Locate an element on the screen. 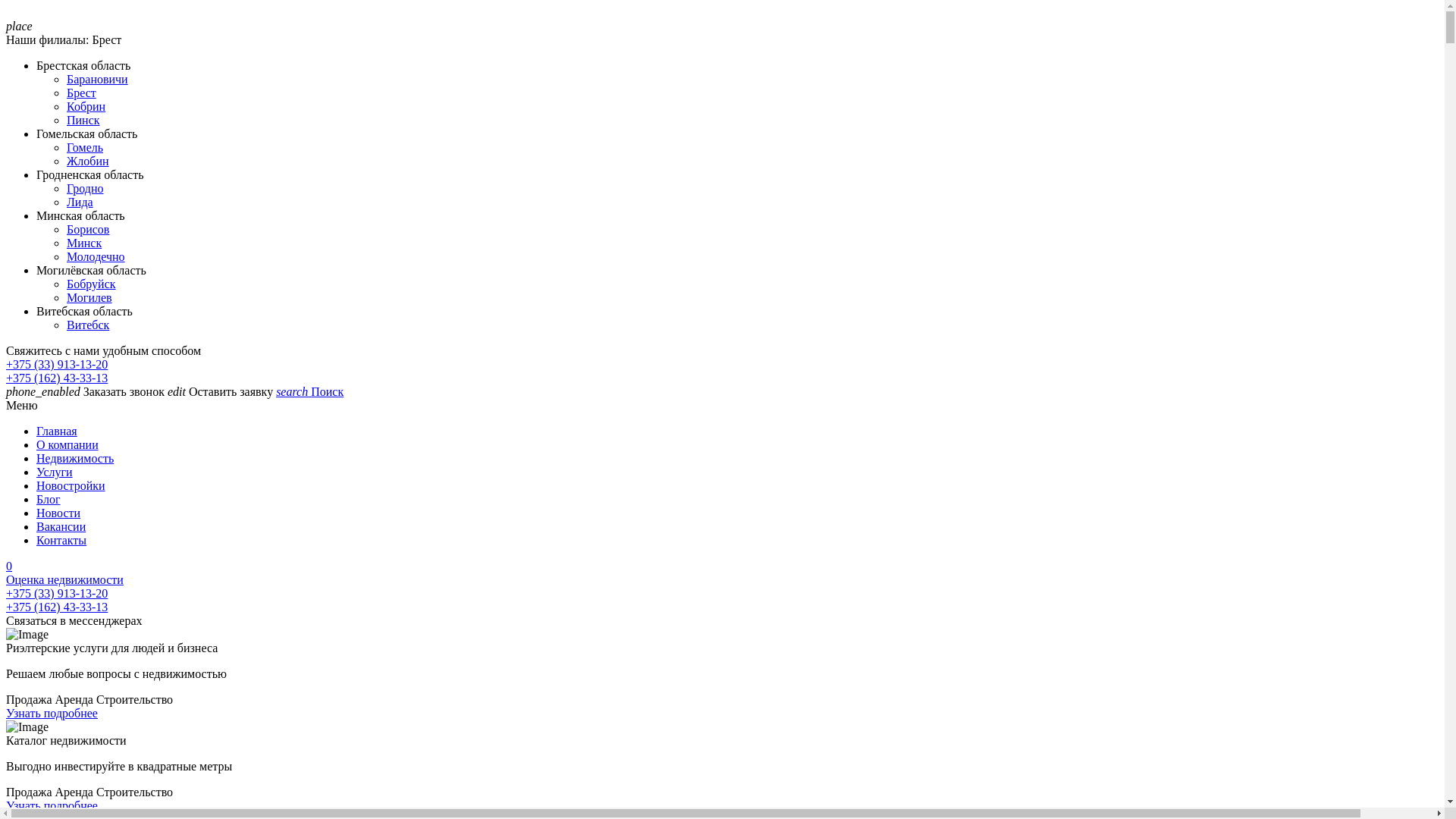 The image size is (1456, 819). '+375 (162) 43-33-13' is located at coordinates (57, 606).